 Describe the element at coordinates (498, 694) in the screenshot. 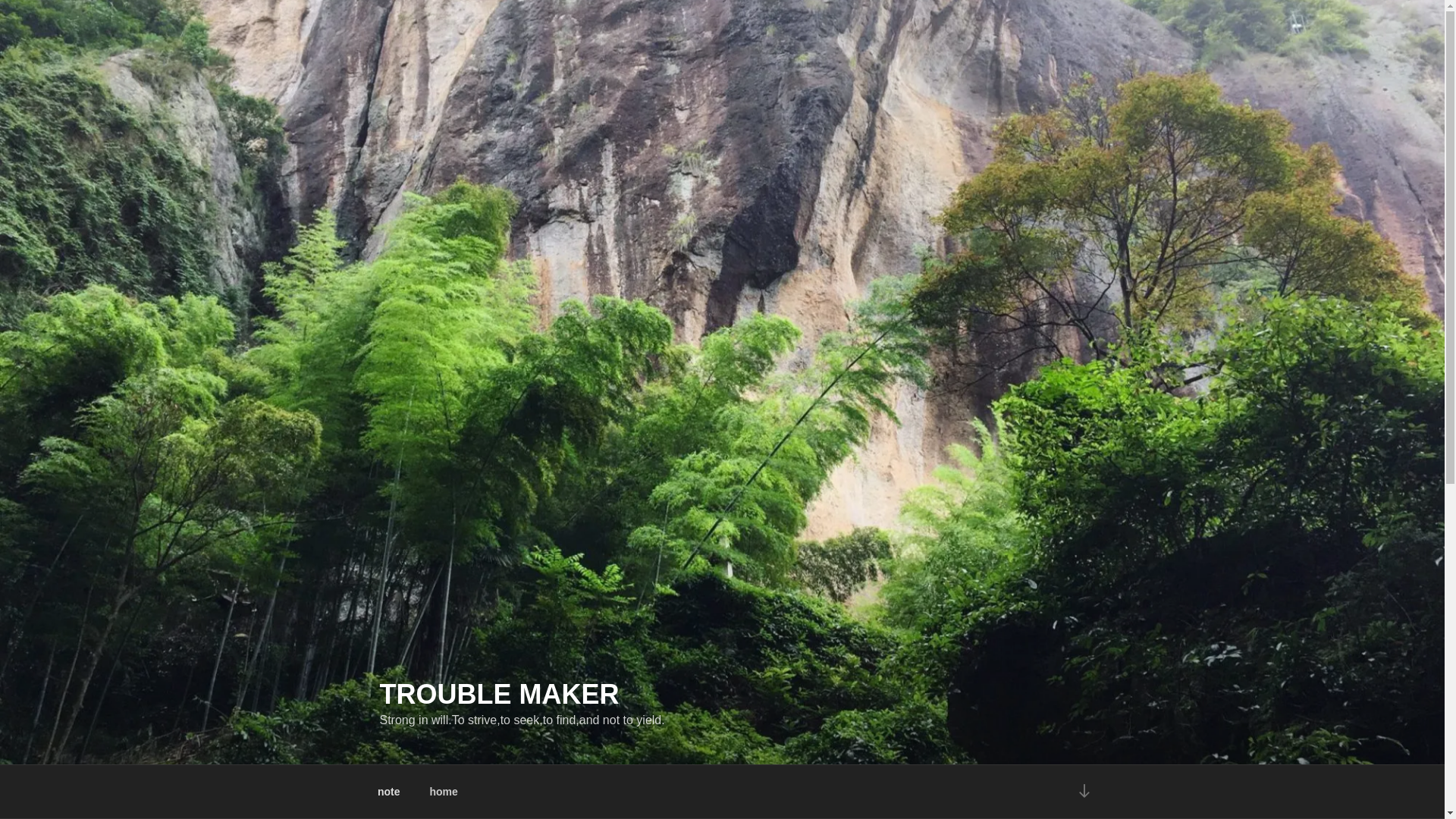

I see `'TROUBLE MAKER'` at that location.